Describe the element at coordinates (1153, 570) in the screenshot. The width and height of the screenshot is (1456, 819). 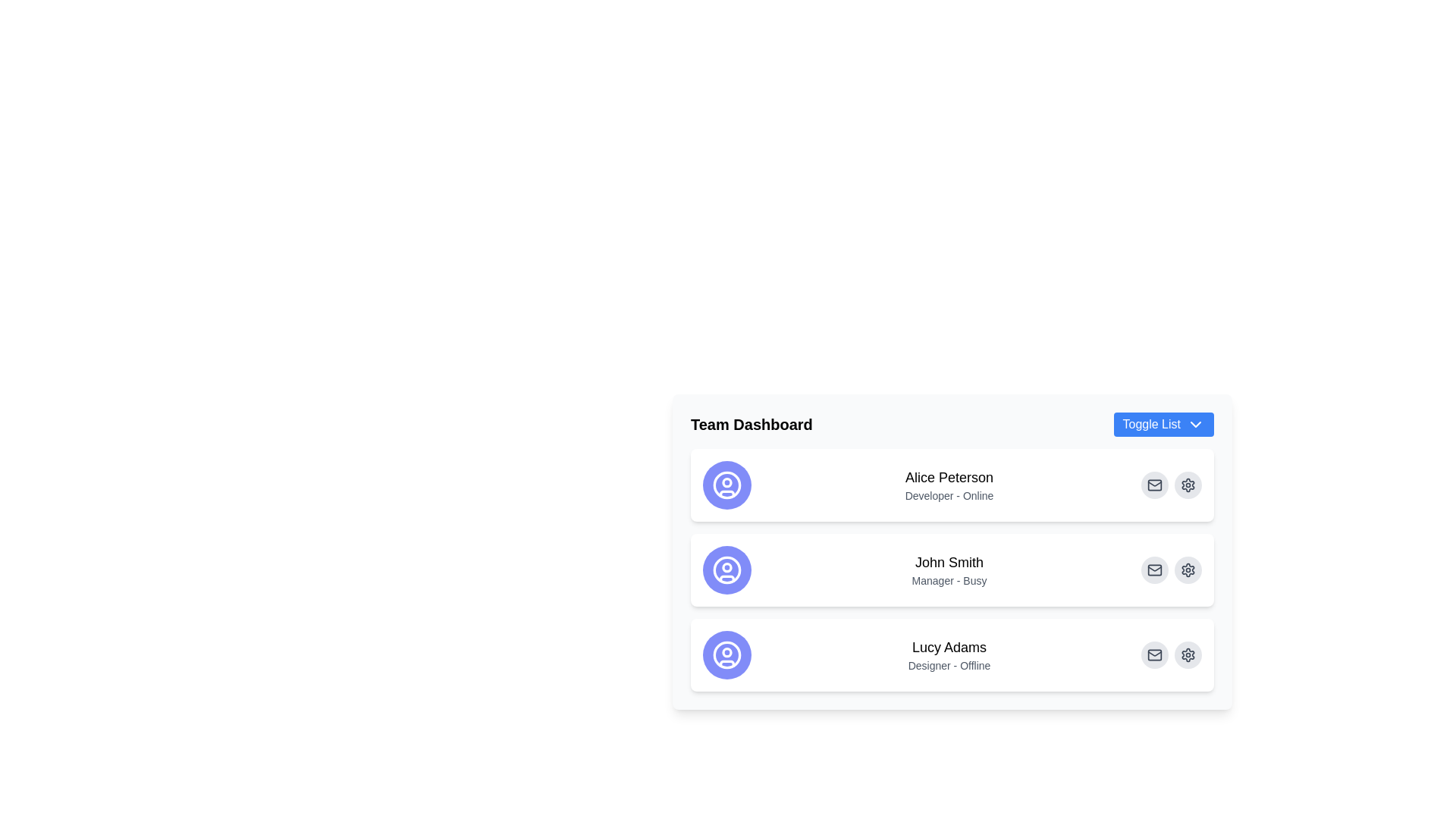
I see `the circular button with a light gray background and a mail icon in the center, located in the section for 'John Smith, Manager - Busy'` at that location.